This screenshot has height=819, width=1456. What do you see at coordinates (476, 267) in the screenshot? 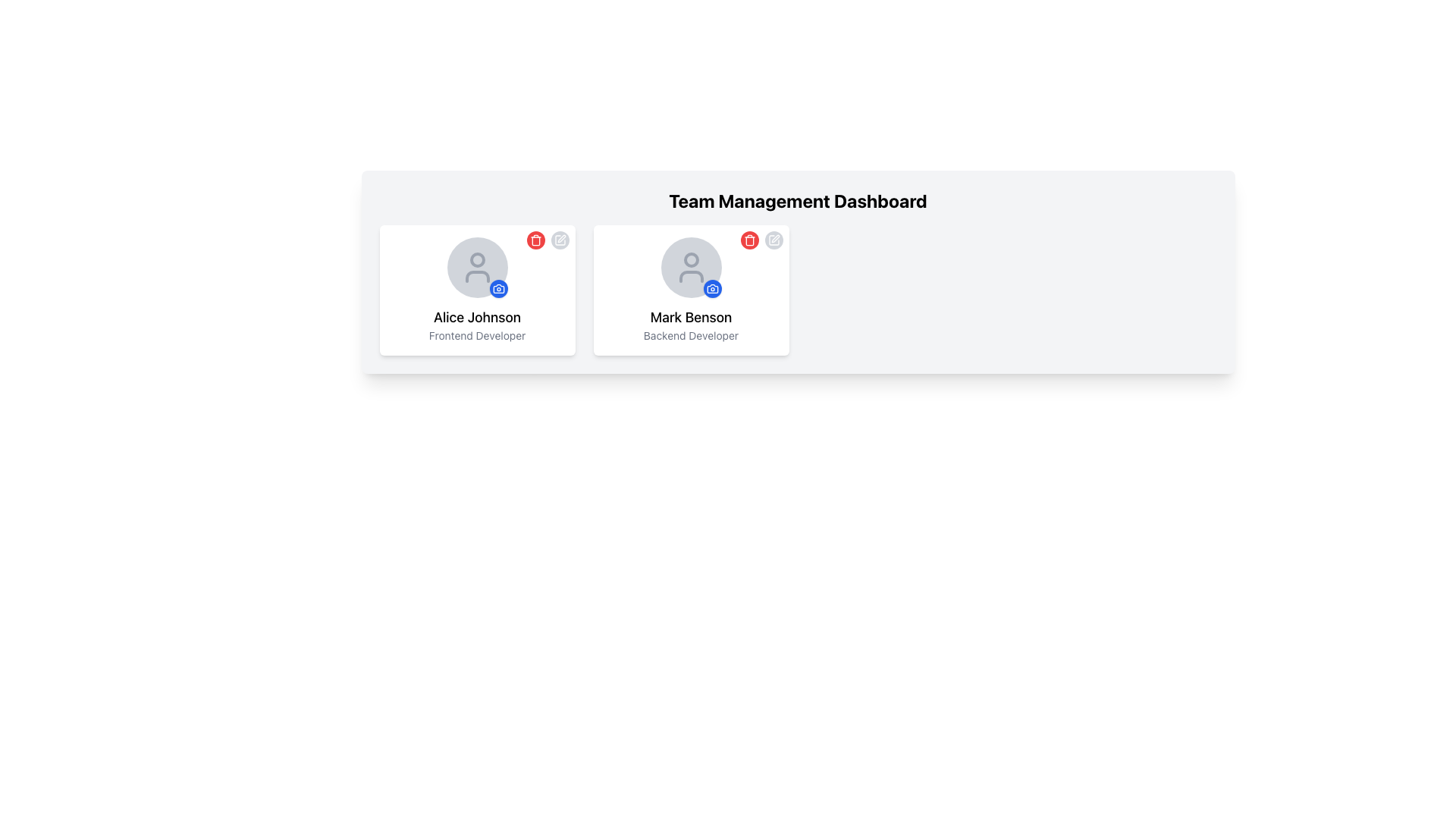
I see `the camera icon overlaying the bottom-right corner of the circular user avatar placeholder for 'Alice Johnson' to upload a profile picture` at bounding box center [476, 267].